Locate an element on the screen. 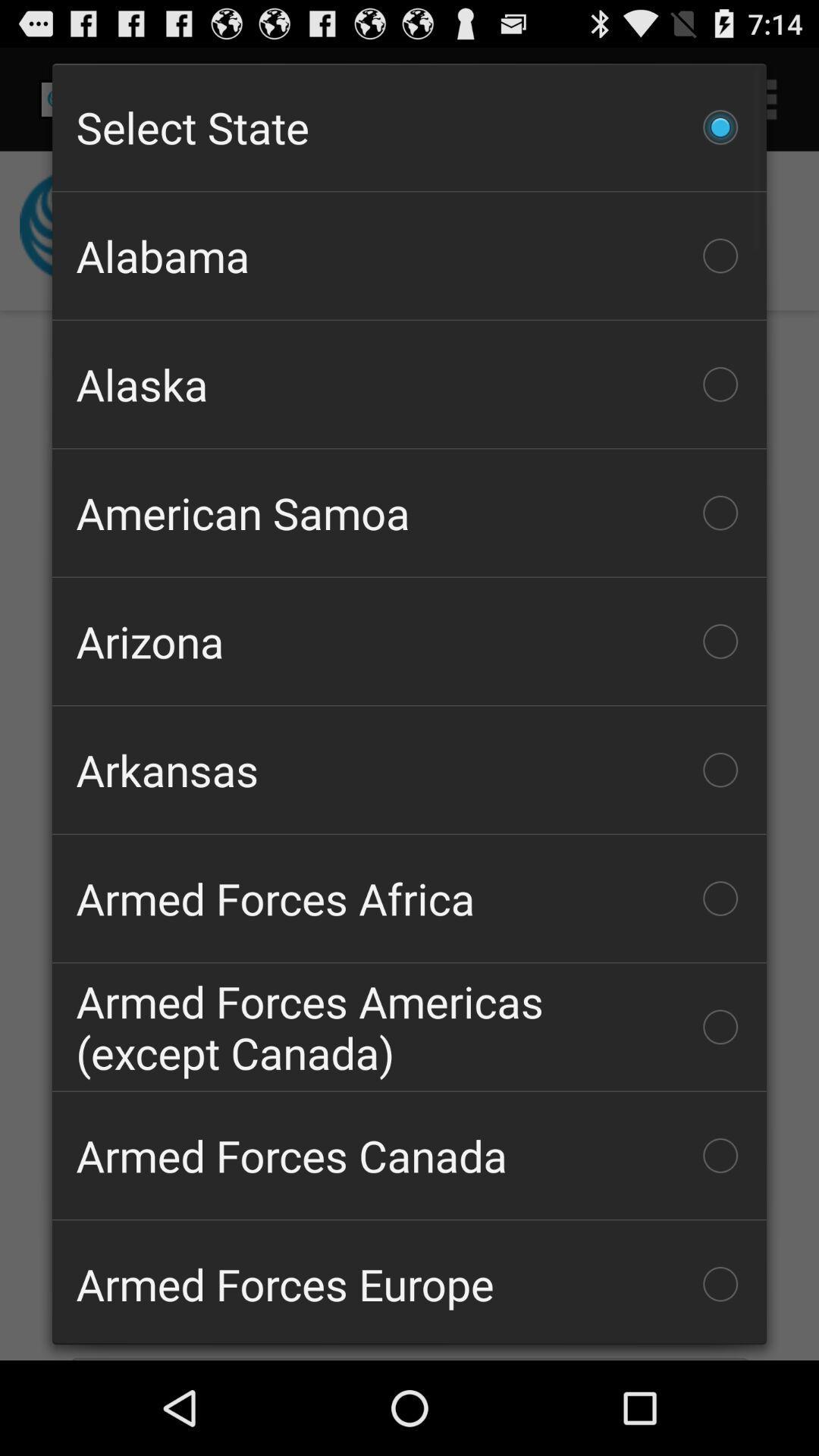 The height and width of the screenshot is (1456, 819). the arkansas checkbox is located at coordinates (409, 770).